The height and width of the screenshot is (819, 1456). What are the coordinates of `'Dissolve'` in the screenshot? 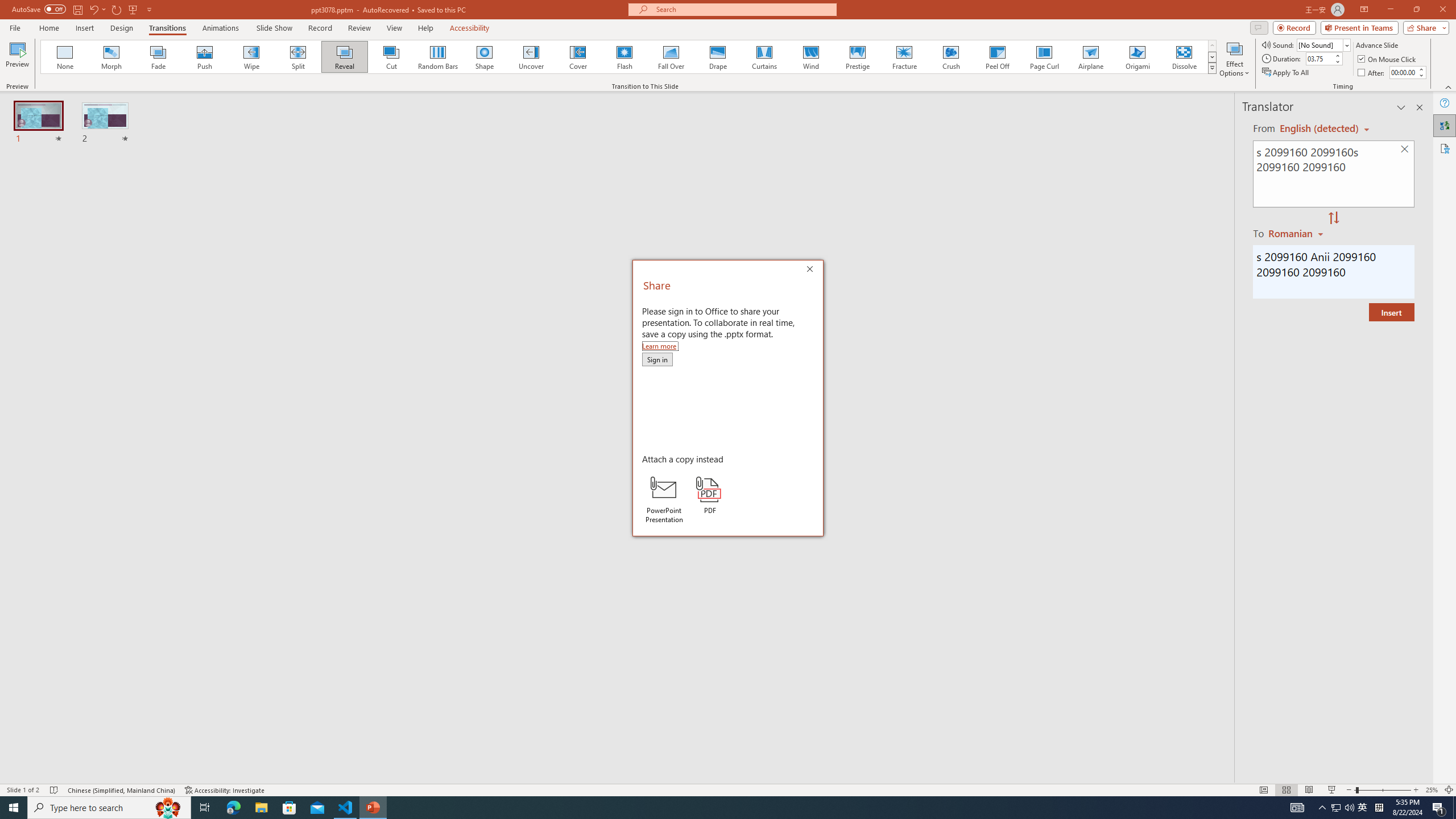 It's located at (1183, 56).